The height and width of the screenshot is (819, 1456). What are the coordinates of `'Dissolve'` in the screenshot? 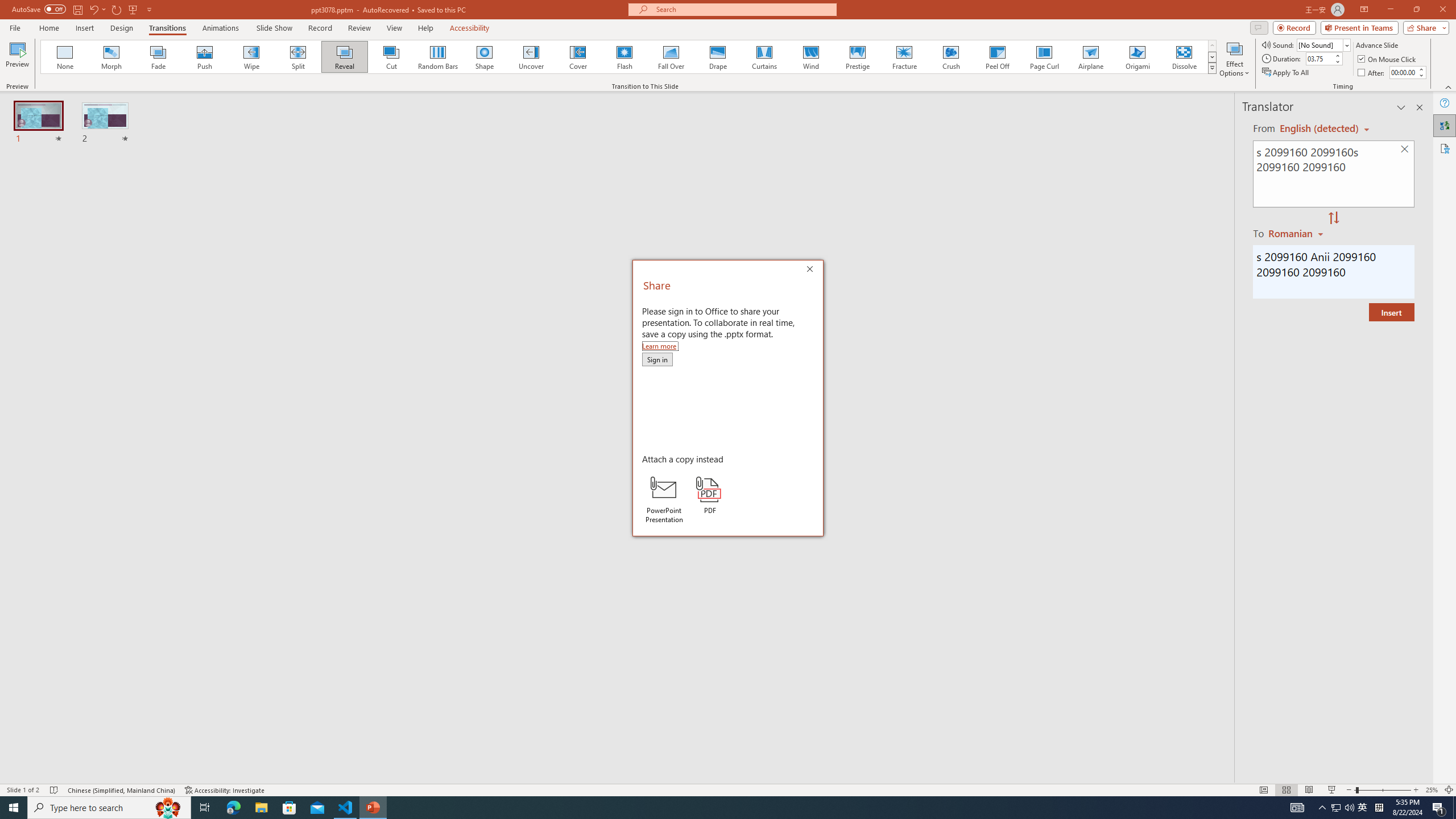 It's located at (1183, 56).